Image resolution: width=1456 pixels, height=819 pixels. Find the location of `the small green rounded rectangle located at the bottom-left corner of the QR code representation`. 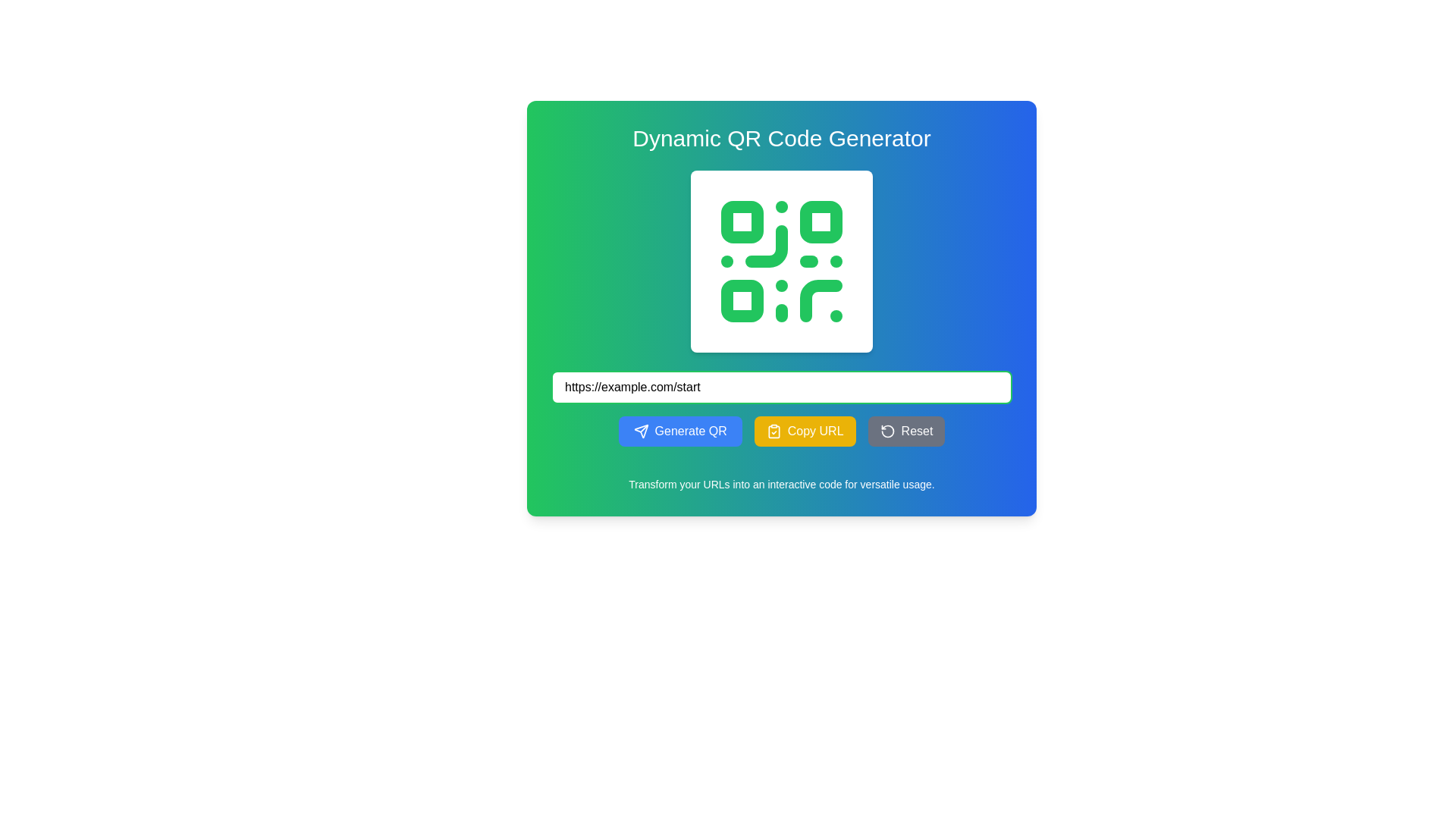

the small green rounded rectangle located at the bottom-left corner of the QR code representation is located at coordinates (742, 301).